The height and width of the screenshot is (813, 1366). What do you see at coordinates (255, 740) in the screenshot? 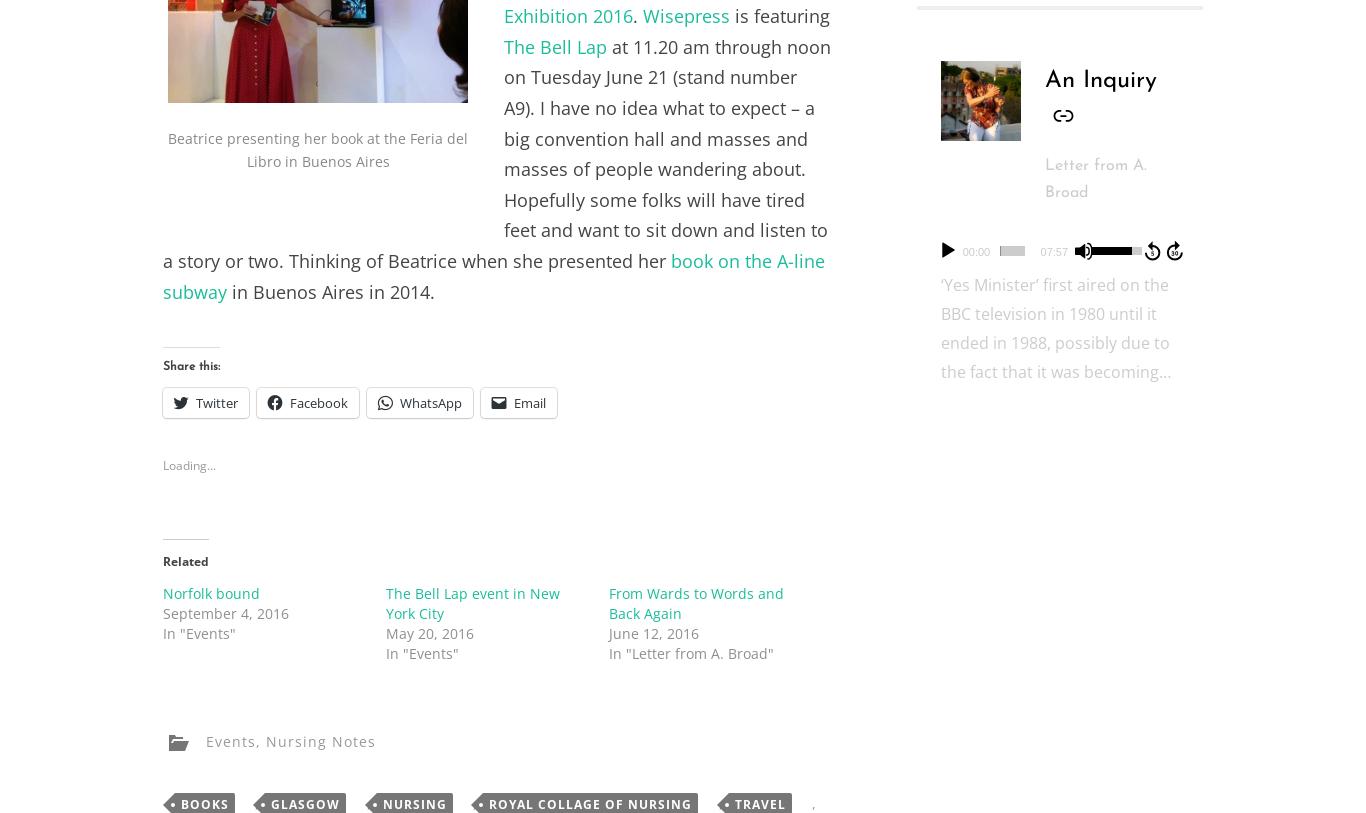
I see `','` at bounding box center [255, 740].